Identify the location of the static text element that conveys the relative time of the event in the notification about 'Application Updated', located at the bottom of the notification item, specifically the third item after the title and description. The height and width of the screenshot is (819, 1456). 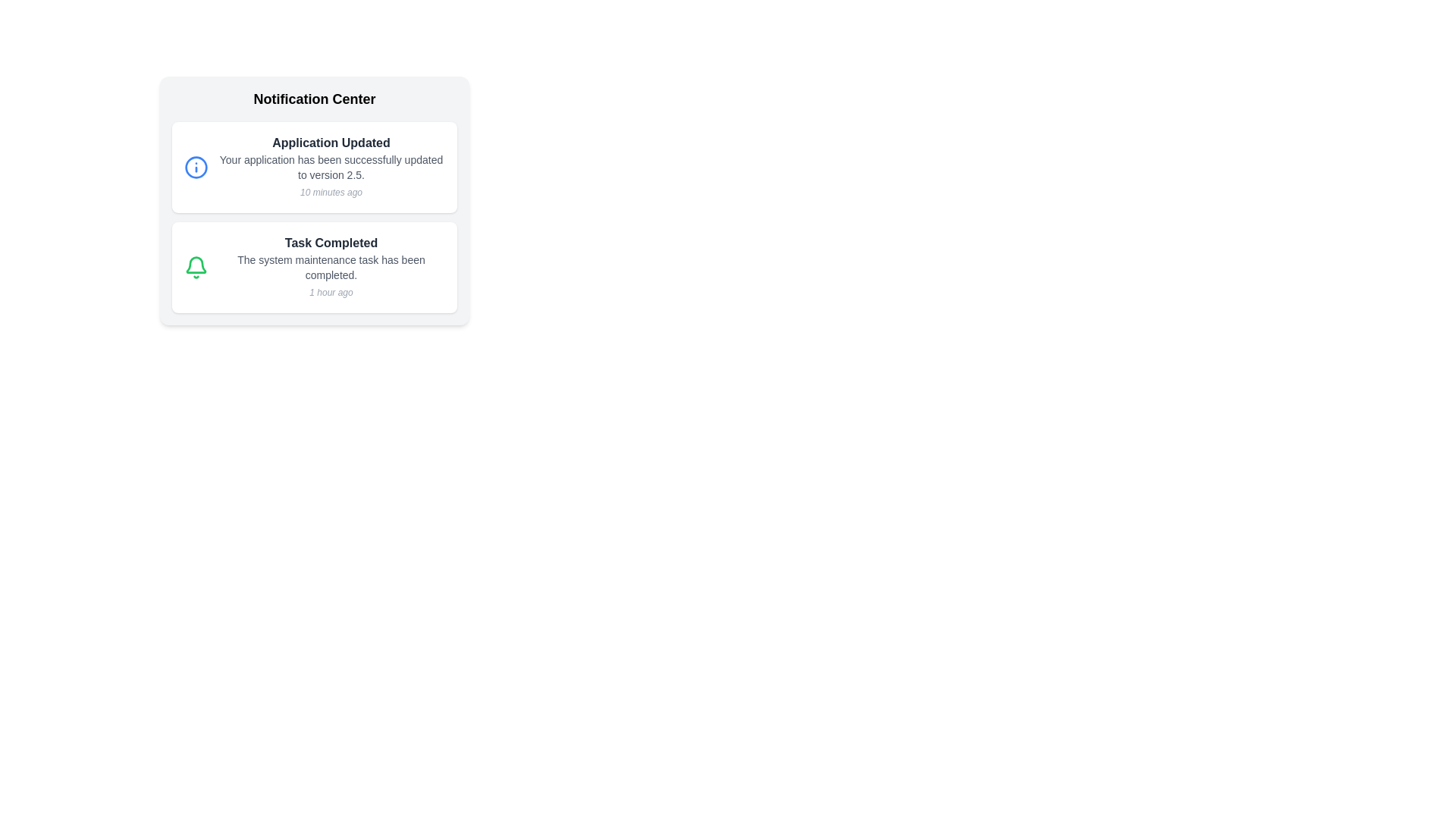
(330, 192).